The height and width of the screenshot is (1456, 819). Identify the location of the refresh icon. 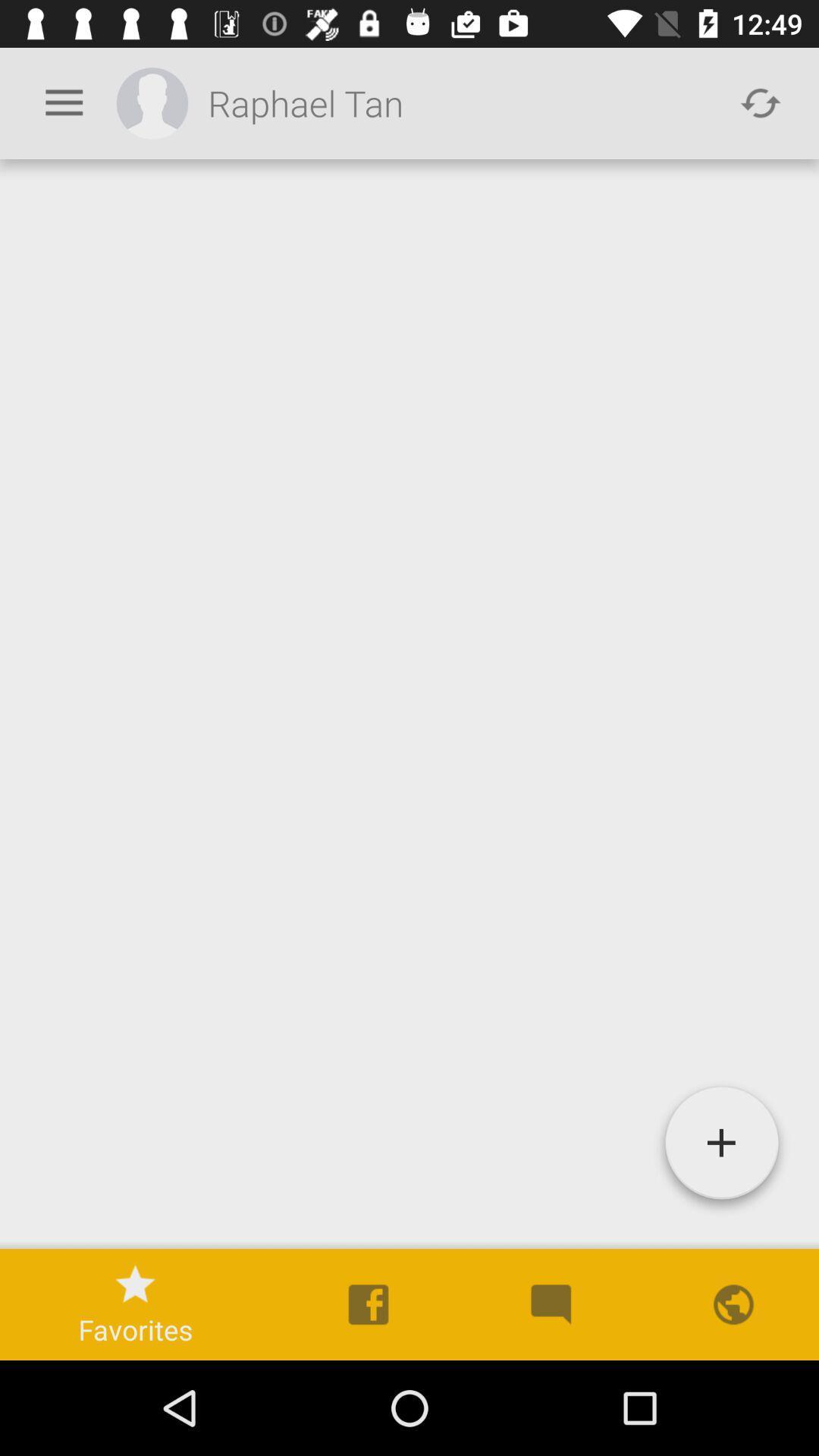
(751, 102).